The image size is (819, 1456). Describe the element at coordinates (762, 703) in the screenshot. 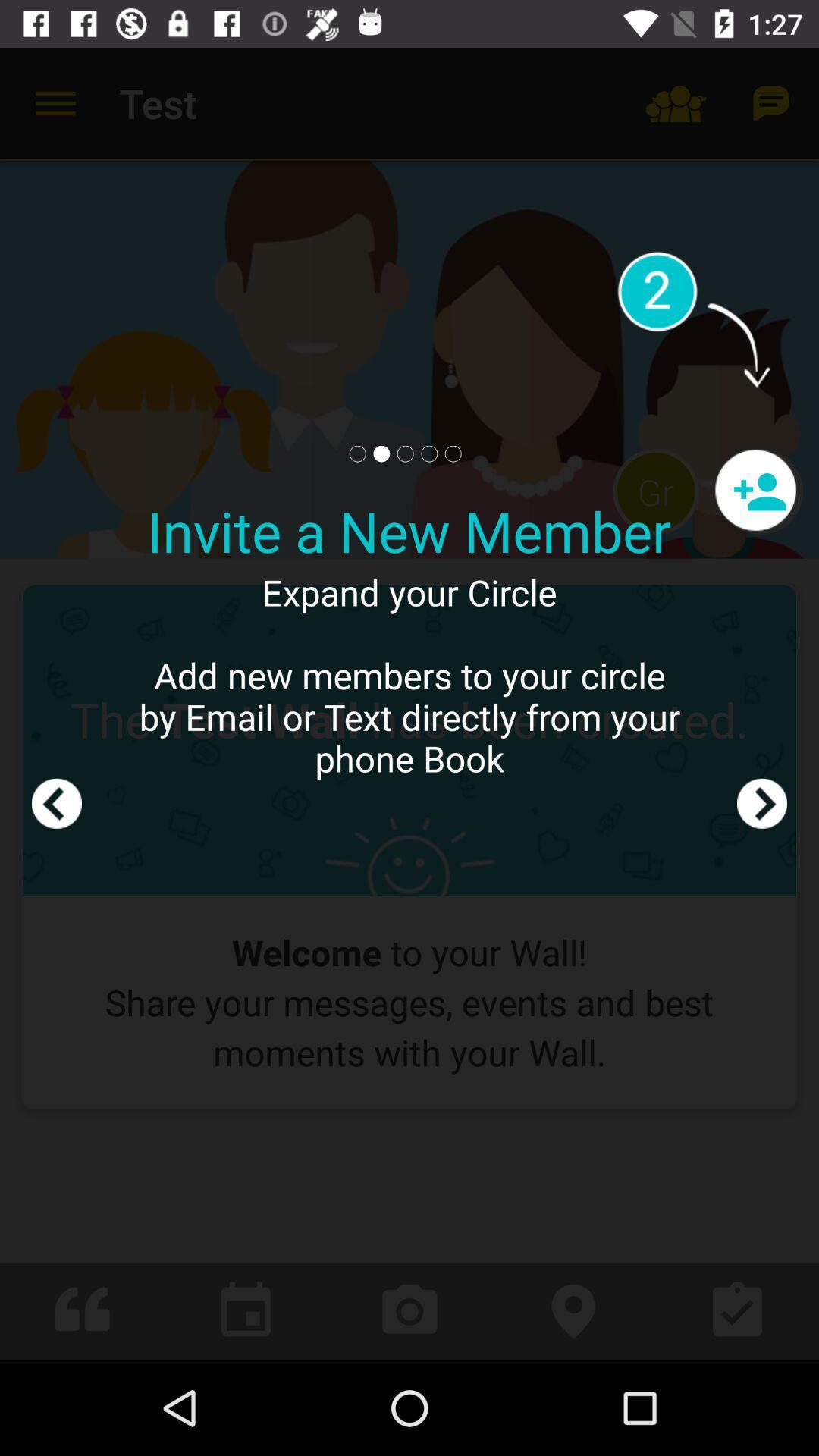

I see `next slide` at that location.